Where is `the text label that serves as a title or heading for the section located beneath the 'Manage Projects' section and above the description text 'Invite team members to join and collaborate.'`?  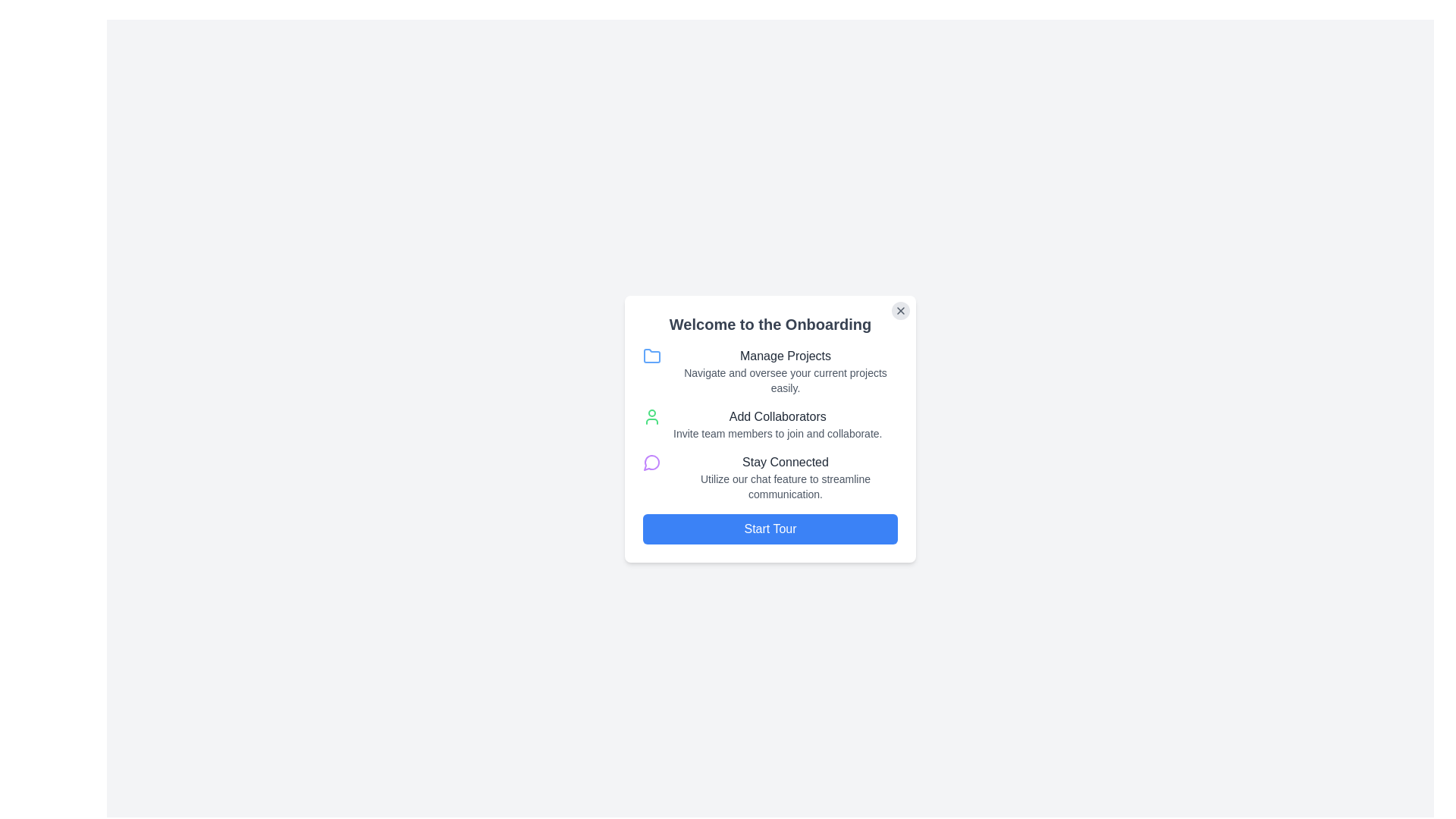
the text label that serves as a title or heading for the section located beneath the 'Manage Projects' section and above the description text 'Invite team members to join and collaborate.' is located at coordinates (777, 417).